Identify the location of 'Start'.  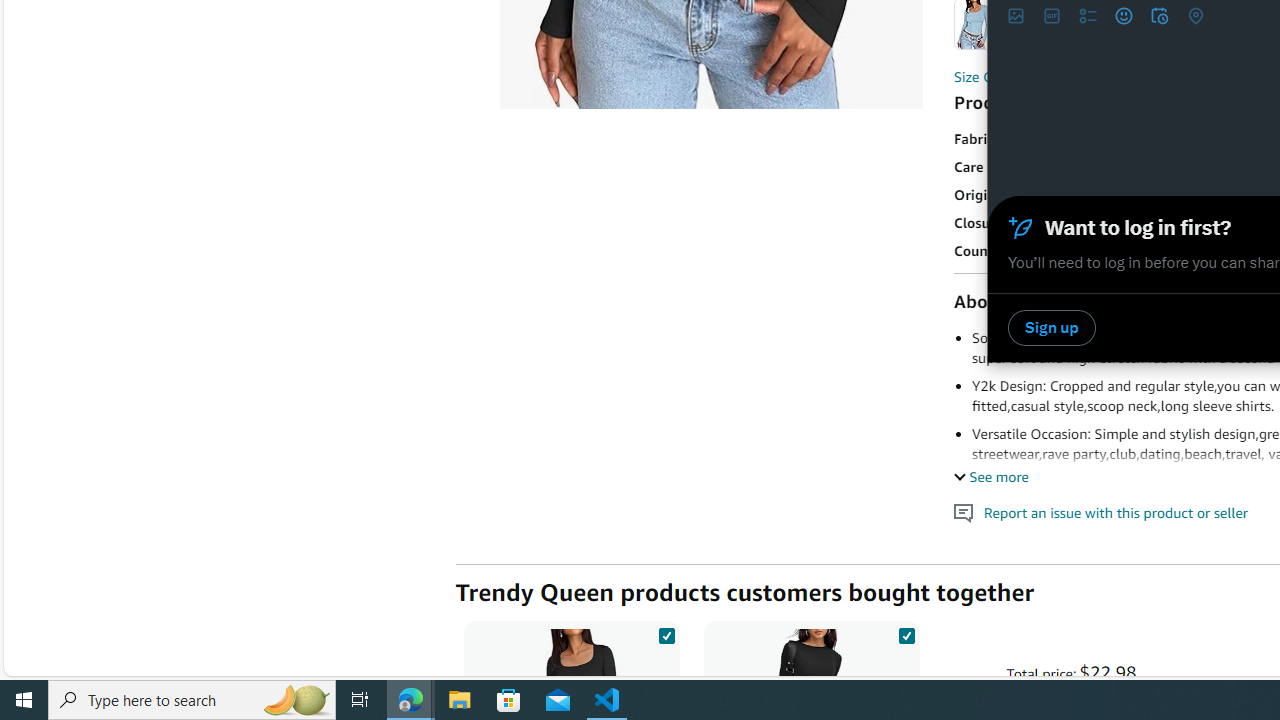
(24, 698).